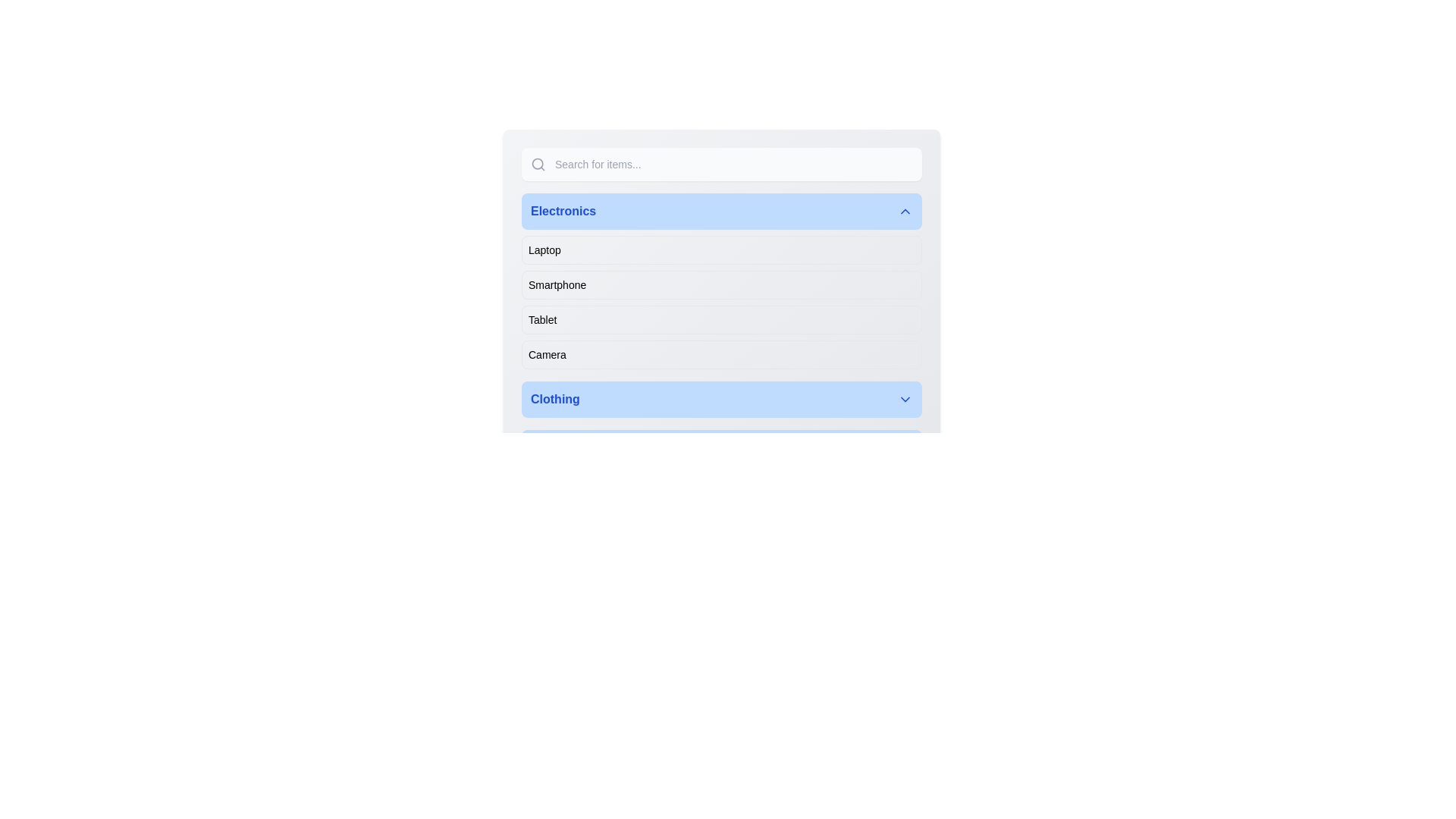 The width and height of the screenshot is (1456, 819). Describe the element at coordinates (720, 284) in the screenshot. I see `the 'Smartphone' menu item, which is the second item in the 'Electronics' section of the collapsible menu` at that location.